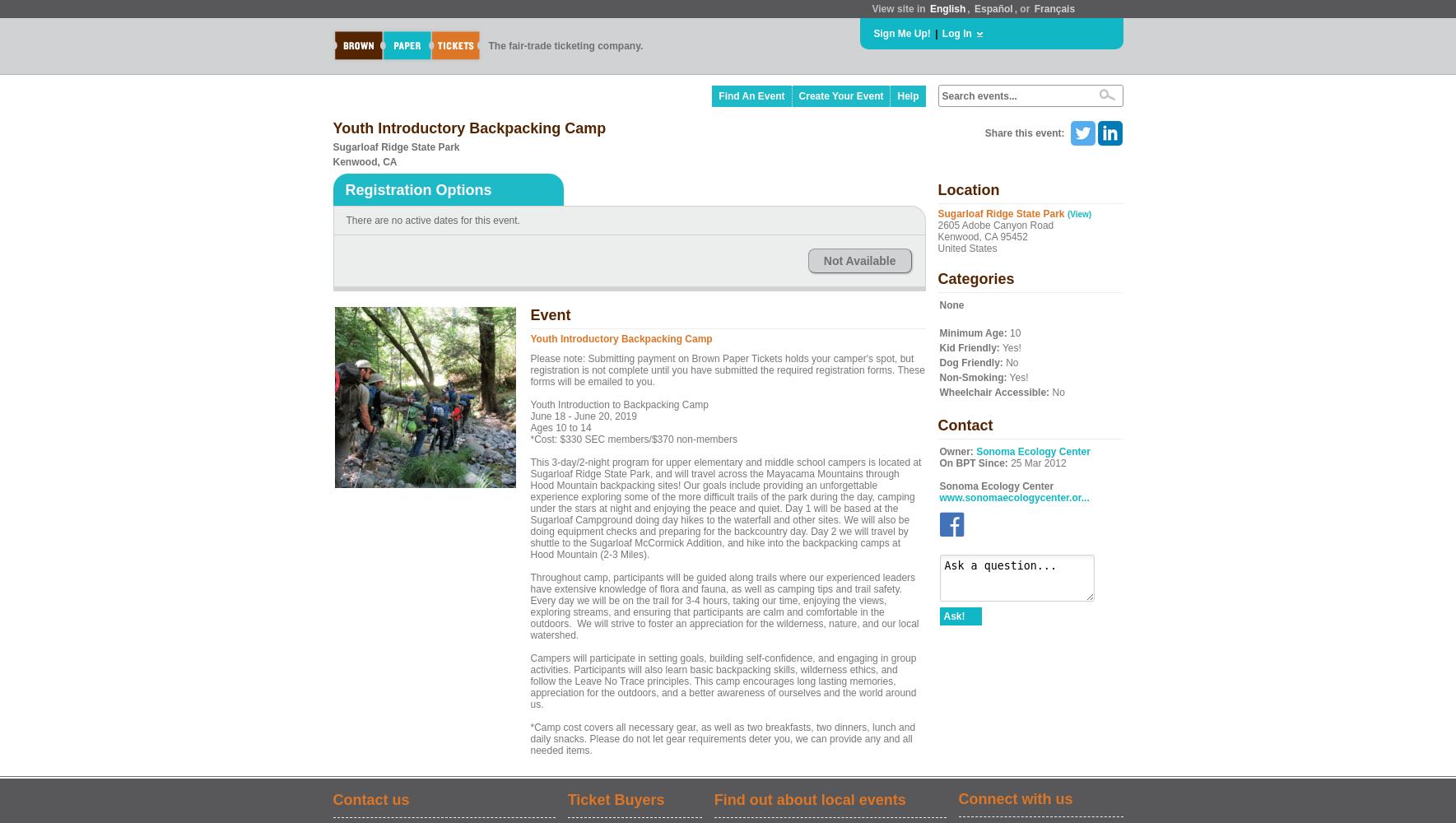 The height and width of the screenshot is (823, 1456). What do you see at coordinates (993, 392) in the screenshot?
I see `'Wheelchair Accessible:'` at bounding box center [993, 392].